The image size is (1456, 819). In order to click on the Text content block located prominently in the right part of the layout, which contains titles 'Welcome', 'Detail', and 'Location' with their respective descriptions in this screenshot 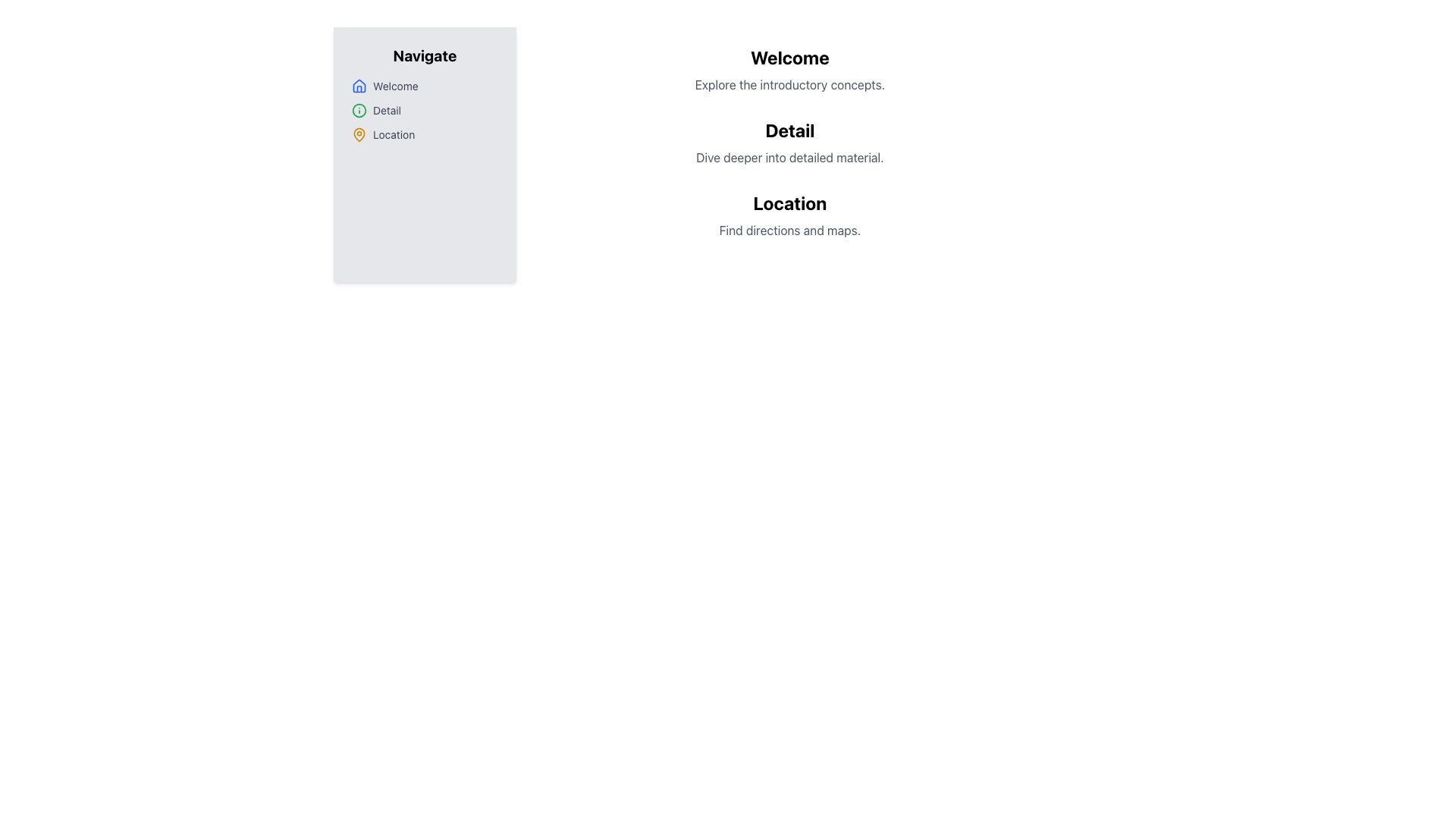, I will do `click(789, 155)`.